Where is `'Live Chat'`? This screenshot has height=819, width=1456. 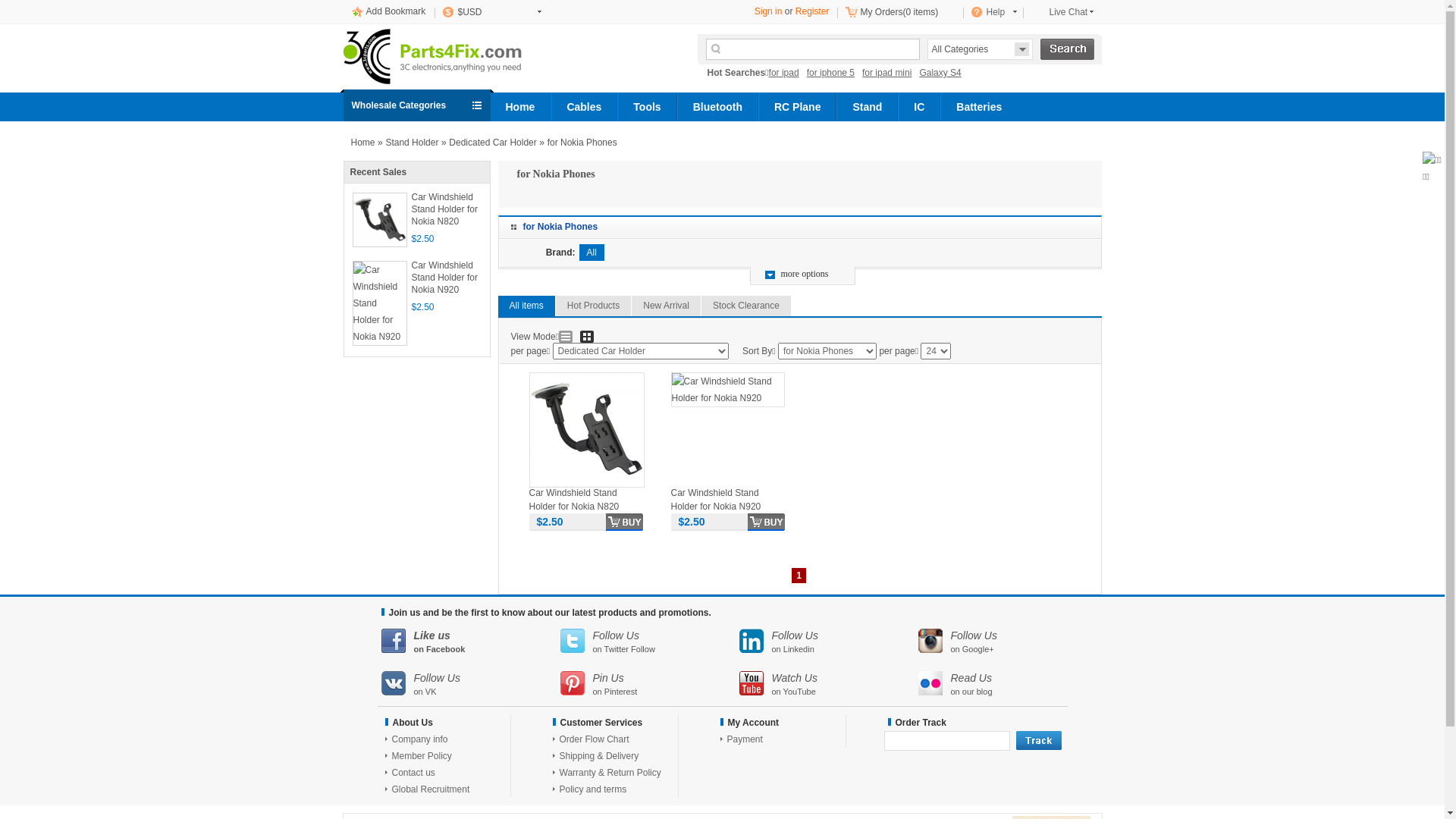 'Live Chat' is located at coordinates (1061, 12).